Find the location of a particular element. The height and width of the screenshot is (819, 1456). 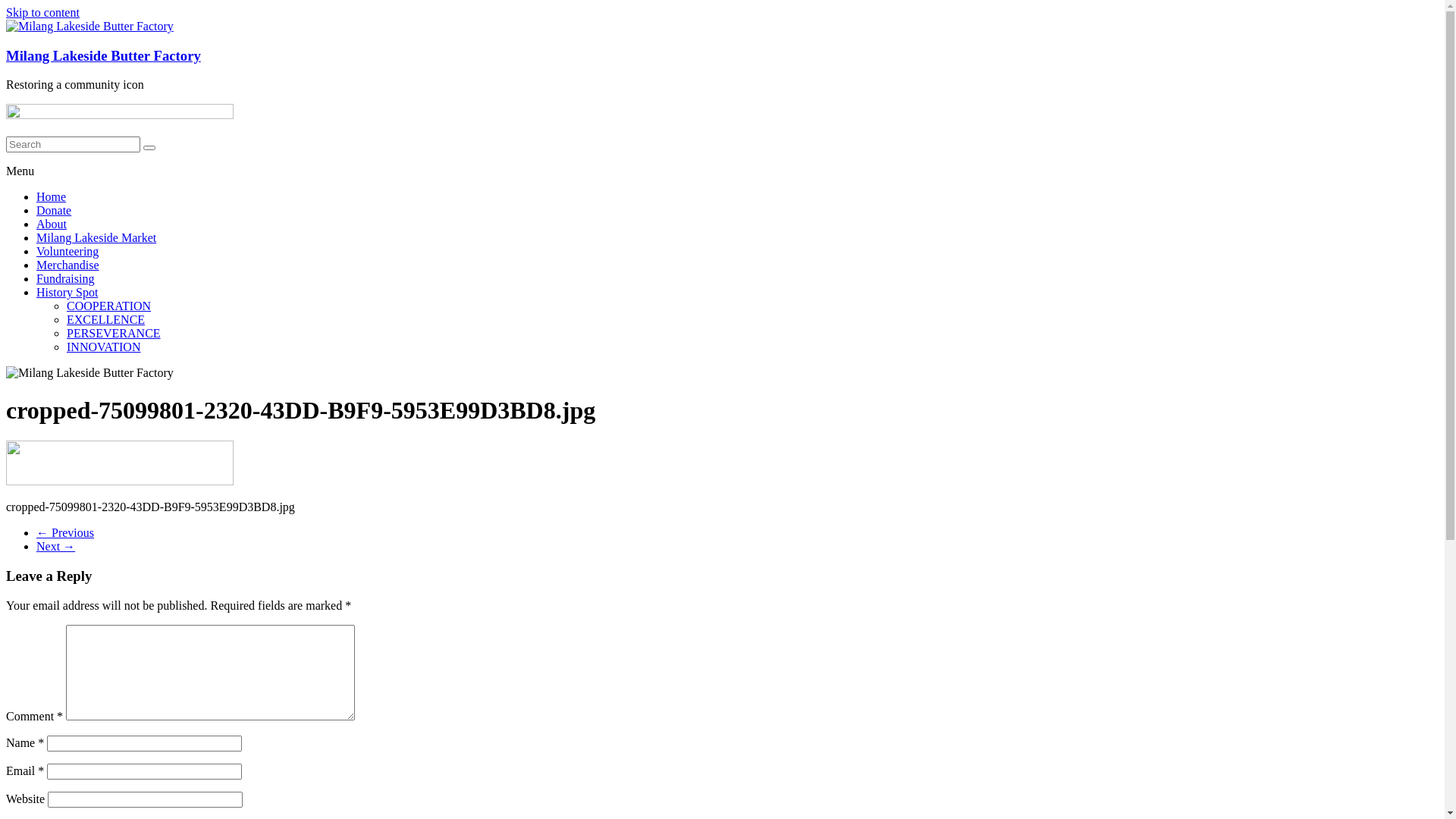

'Volunteering' is located at coordinates (67, 250).